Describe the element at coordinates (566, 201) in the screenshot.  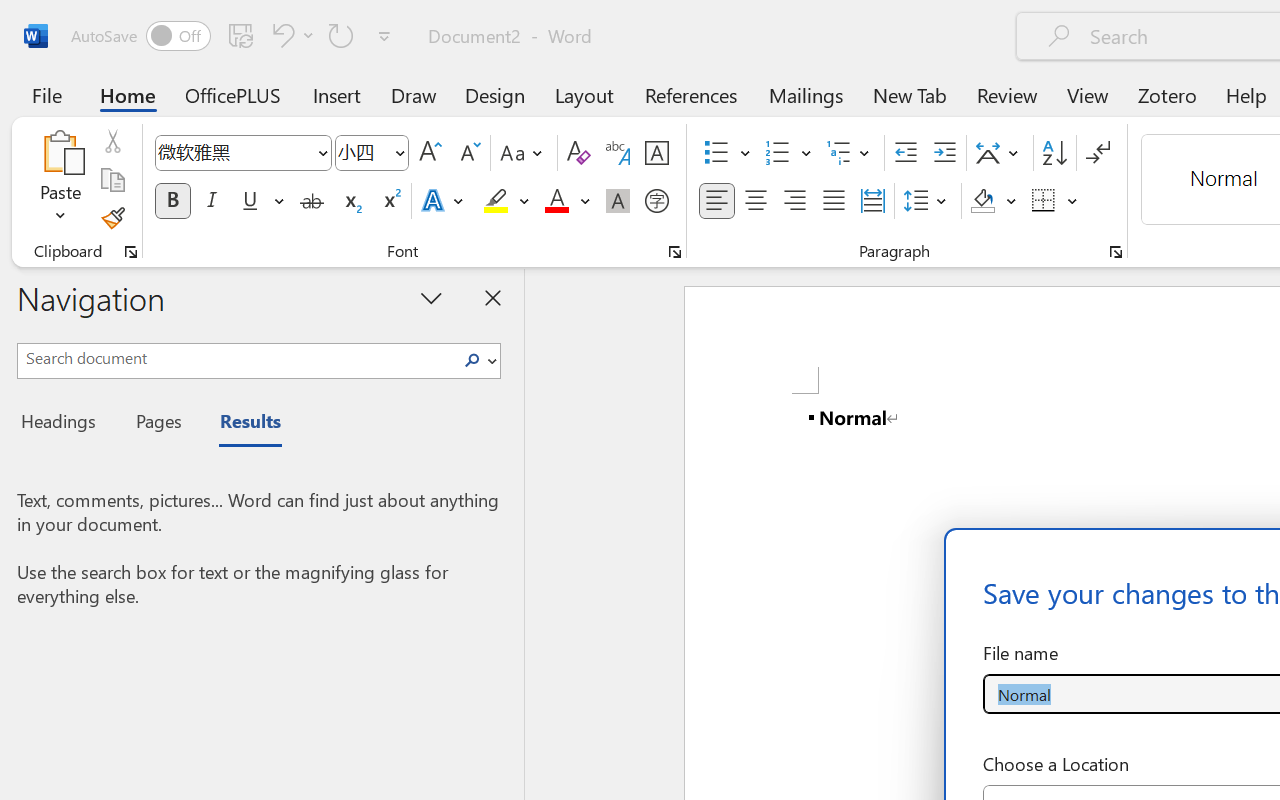
I see `'Font Color'` at that location.